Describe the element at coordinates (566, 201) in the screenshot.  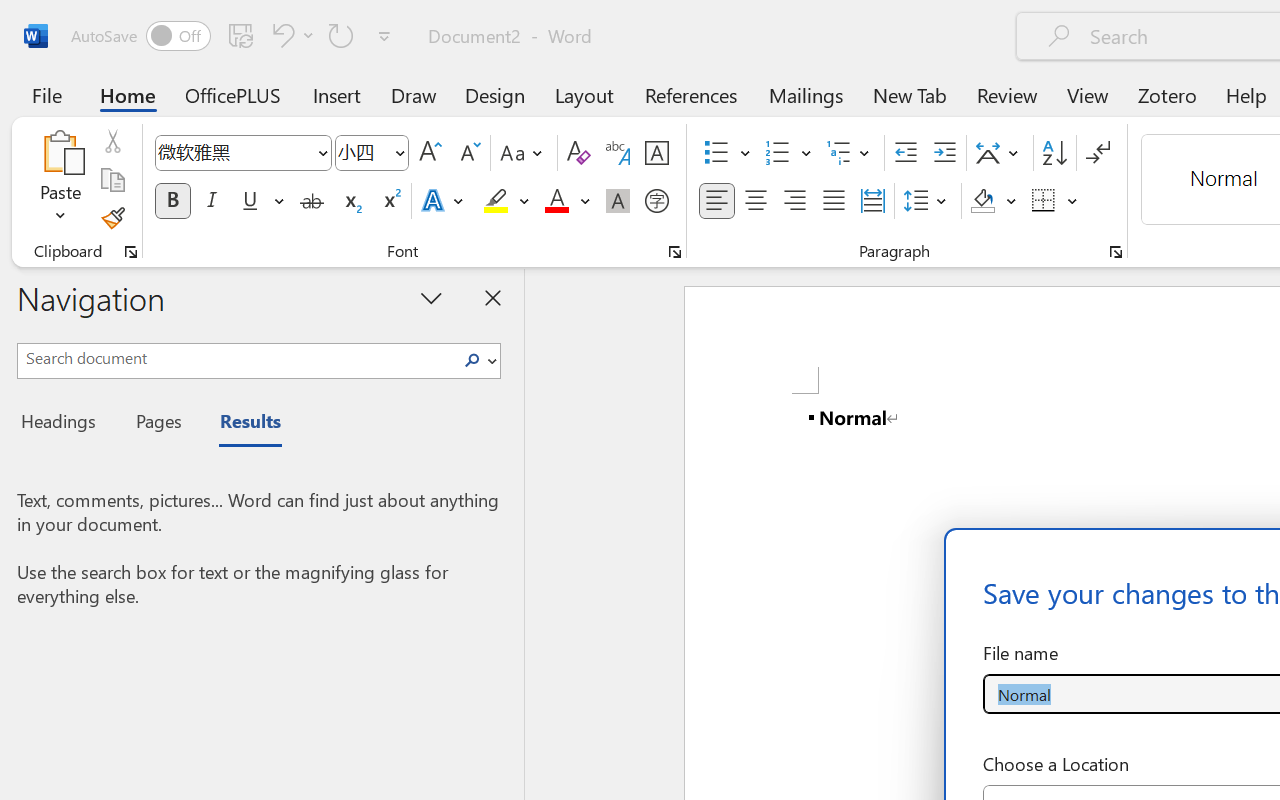
I see `'Font Color'` at that location.